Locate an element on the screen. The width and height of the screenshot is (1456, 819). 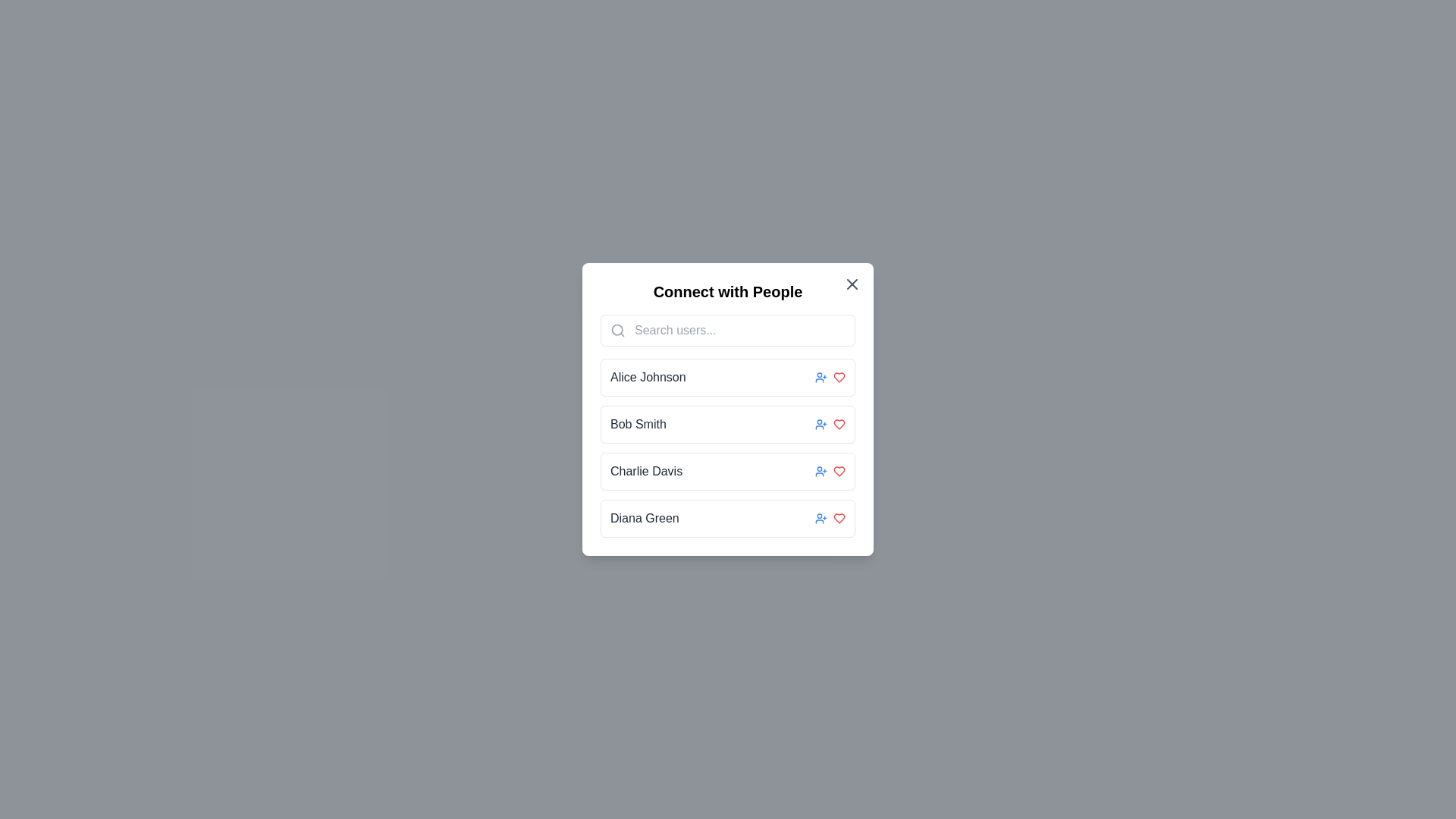
the user icon button with a plus symbol on its right side, which is styled in blue and positioned next to 'Alice Johnson' in the 'Connect with People' modal is located at coordinates (821, 376).